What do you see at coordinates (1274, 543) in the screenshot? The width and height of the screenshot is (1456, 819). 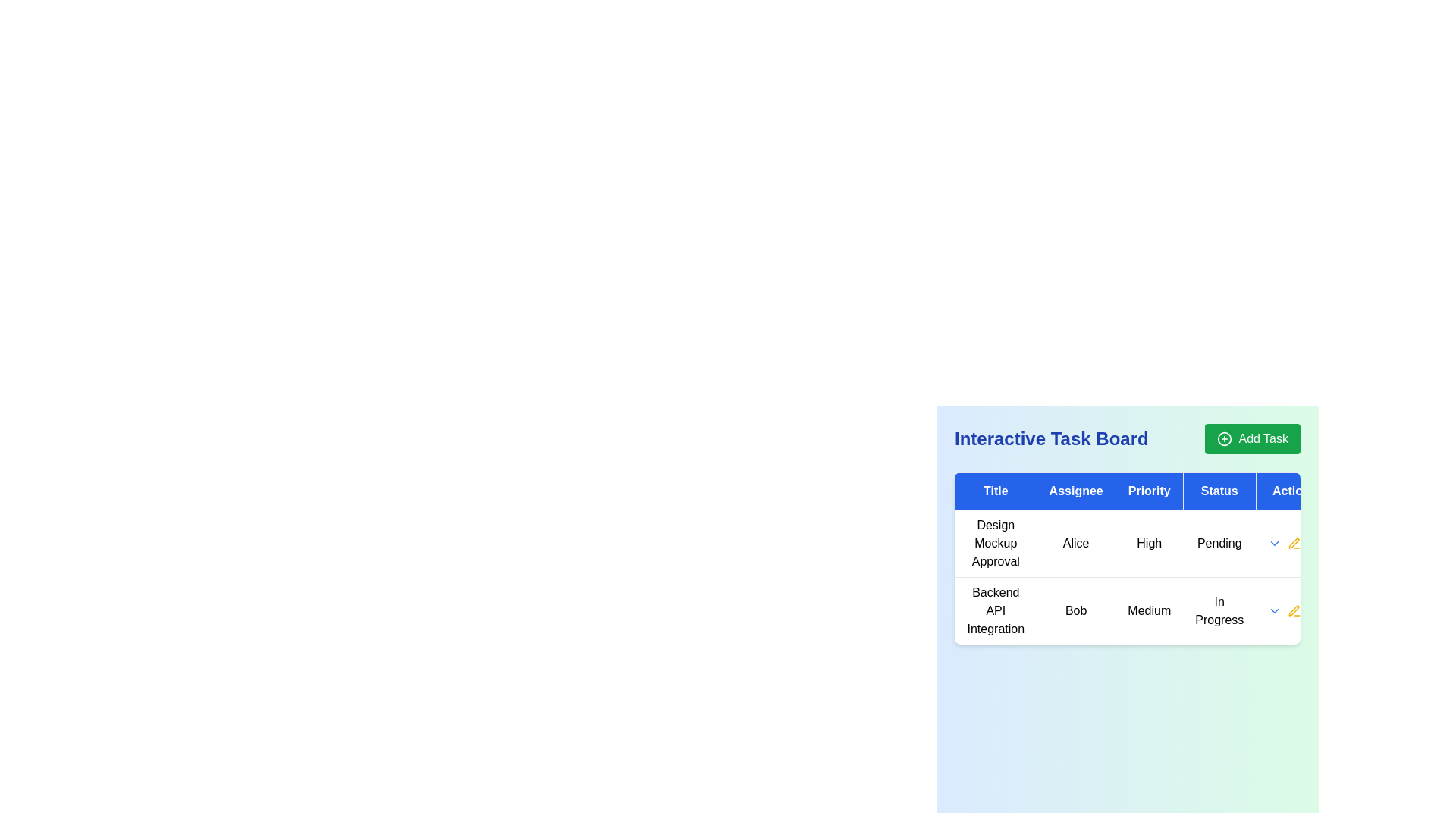 I see `the Dropdown menu trigger icon, which is a small downward-pointing blue arrow located in the 'Actions' column of the second row for the task 'Backend API Integration'` at bounding box center [1274, 543].